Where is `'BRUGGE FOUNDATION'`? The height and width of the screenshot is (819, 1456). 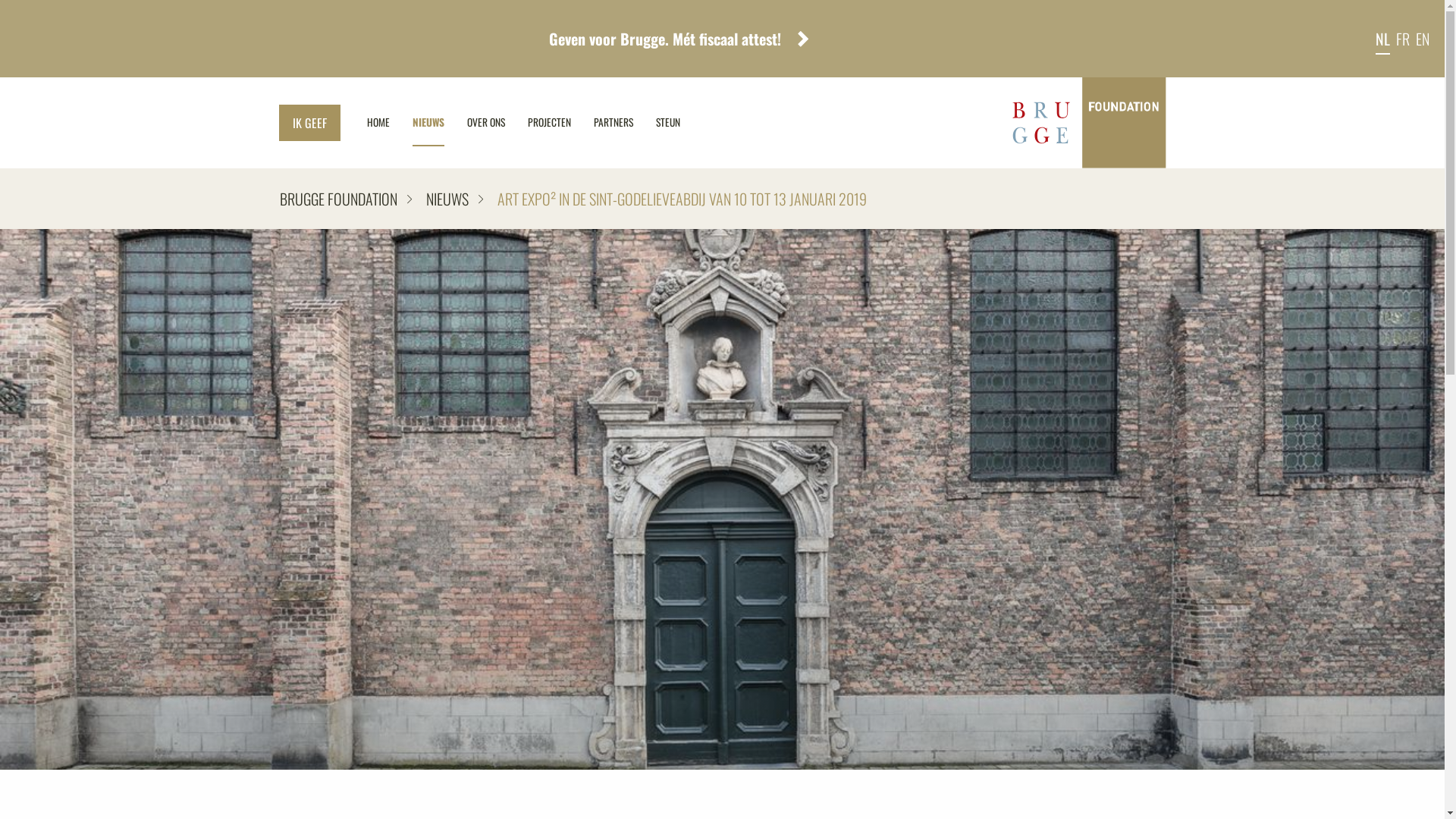 'BRUGGE FOUNDATION' is located at coordinates (344, 198).